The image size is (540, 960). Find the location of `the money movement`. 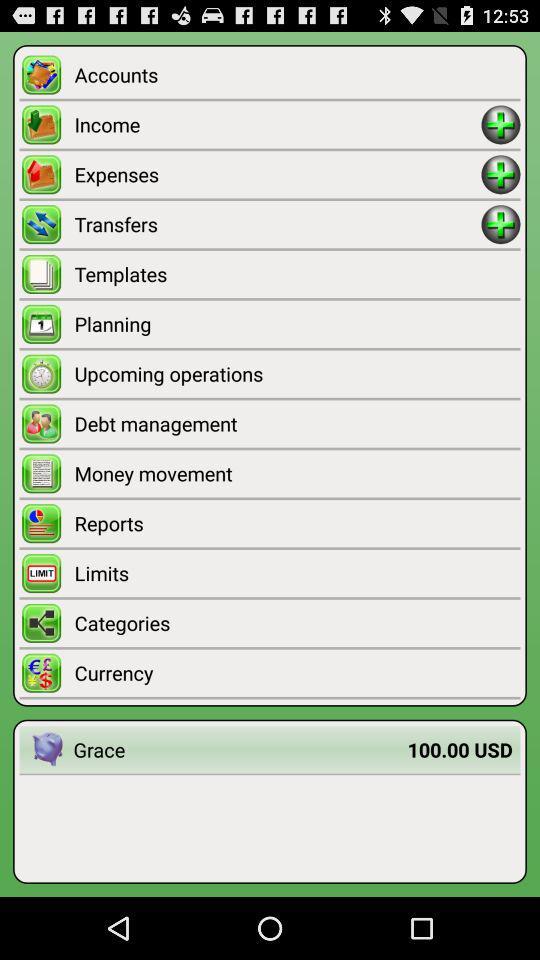

the money movement is located at coordinates (296, 473).